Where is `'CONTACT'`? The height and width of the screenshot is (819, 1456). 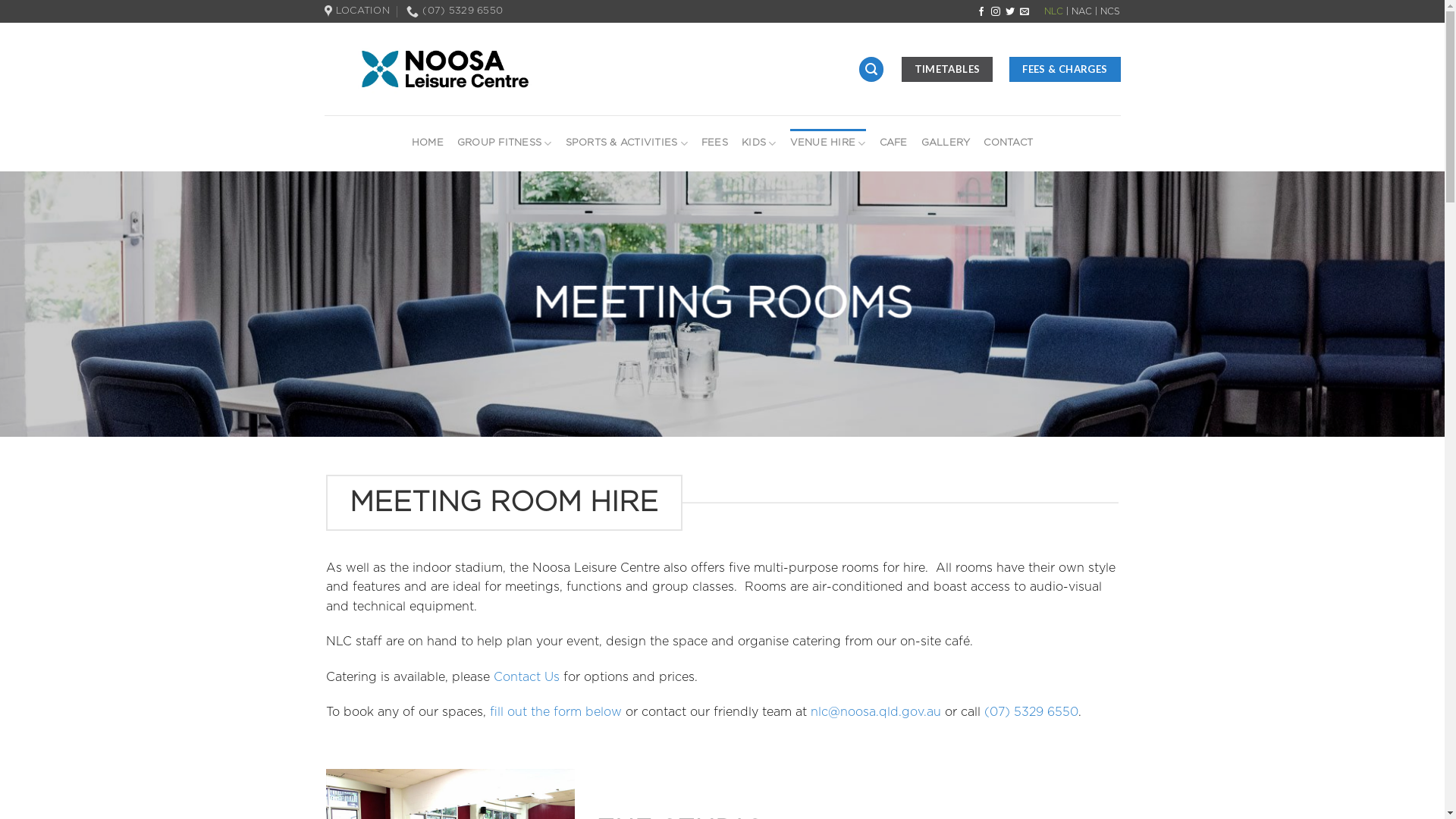
'CONTACT' is located at coordinates (1008, 143).